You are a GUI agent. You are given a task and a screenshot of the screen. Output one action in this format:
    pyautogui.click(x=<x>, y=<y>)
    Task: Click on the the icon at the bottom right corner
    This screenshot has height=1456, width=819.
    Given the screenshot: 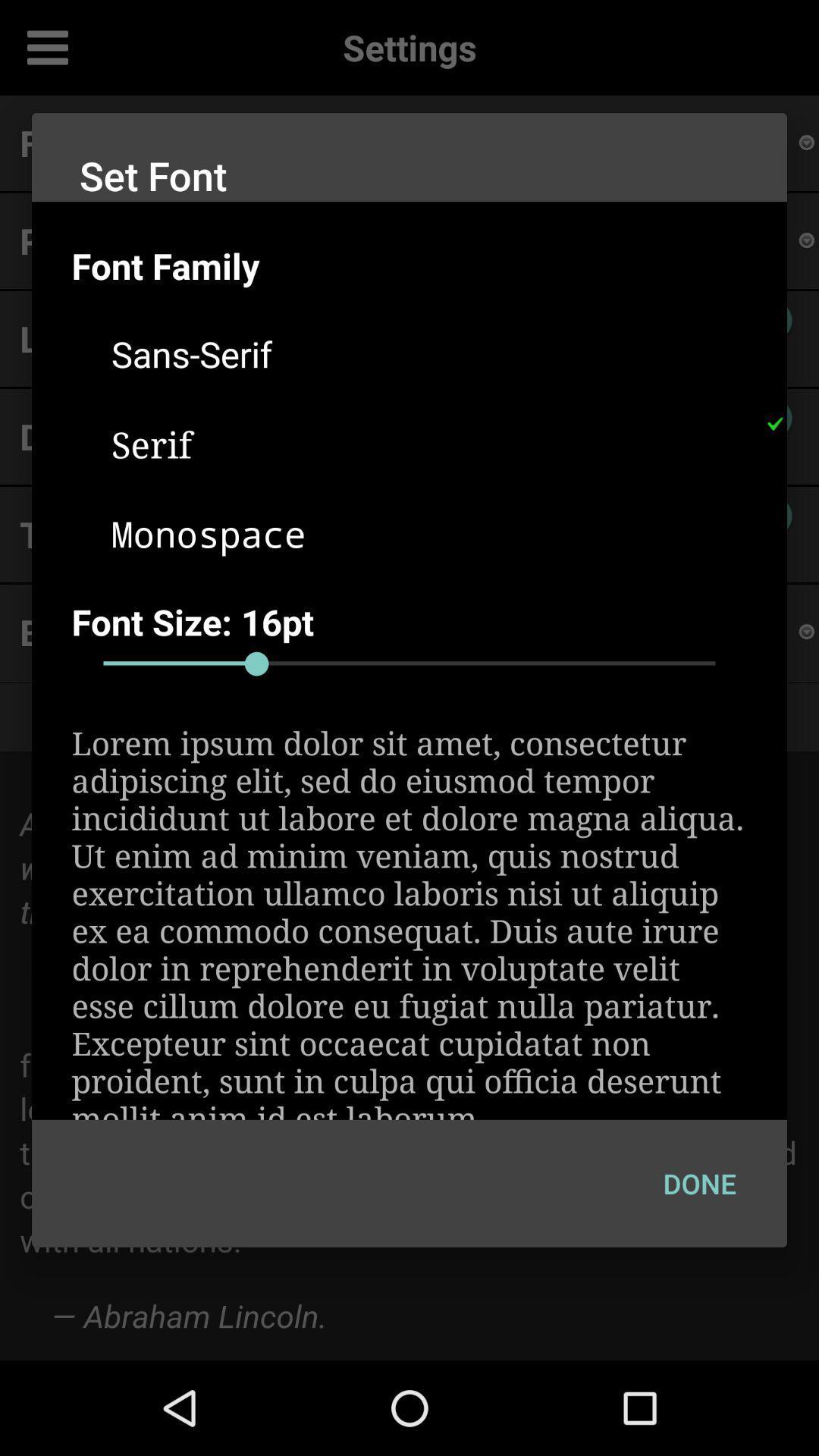 What is the action you would take?
    pyautogui.click(x=699, y=1182)
    